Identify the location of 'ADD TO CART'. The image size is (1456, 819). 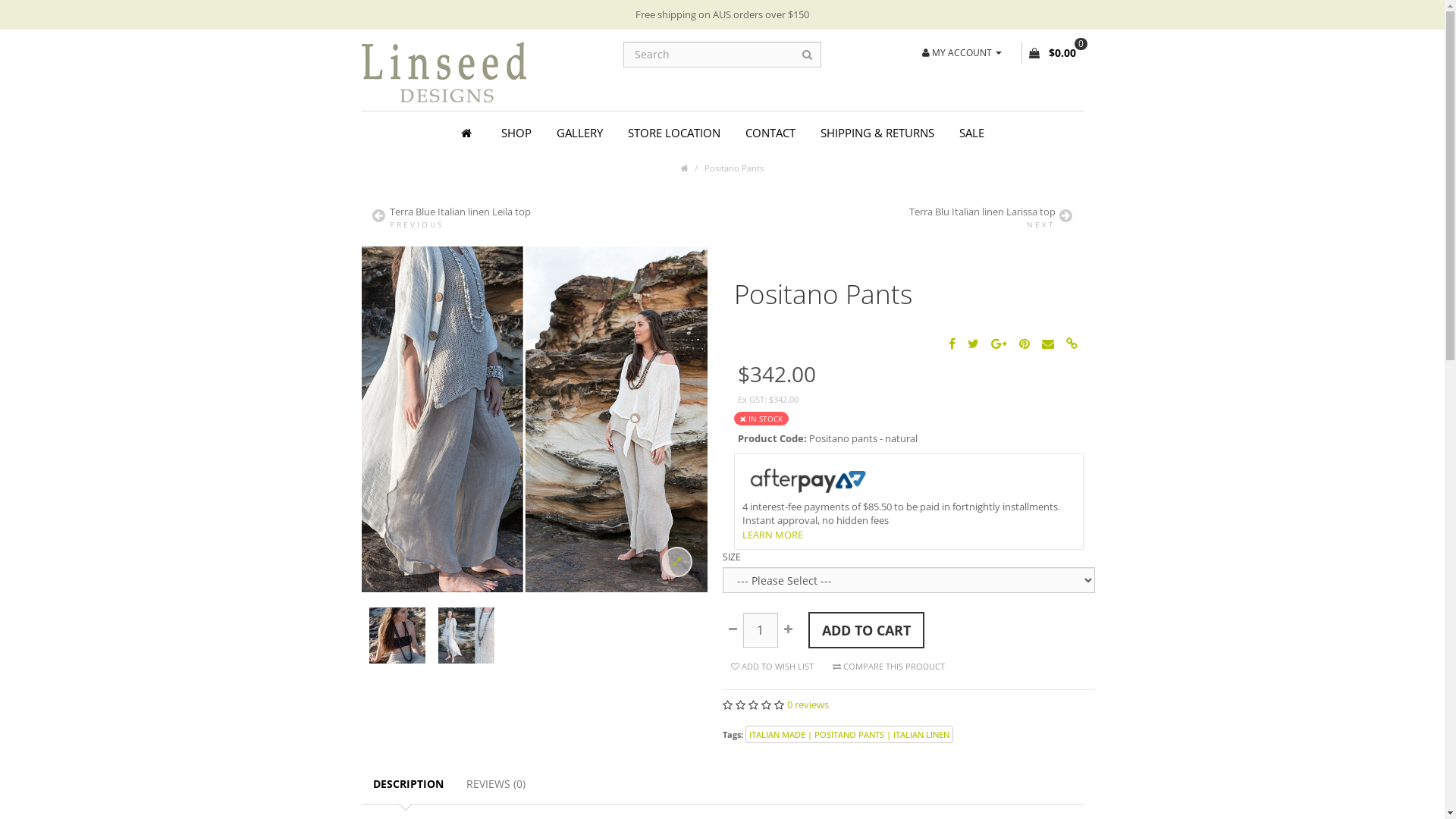
(866, 629).